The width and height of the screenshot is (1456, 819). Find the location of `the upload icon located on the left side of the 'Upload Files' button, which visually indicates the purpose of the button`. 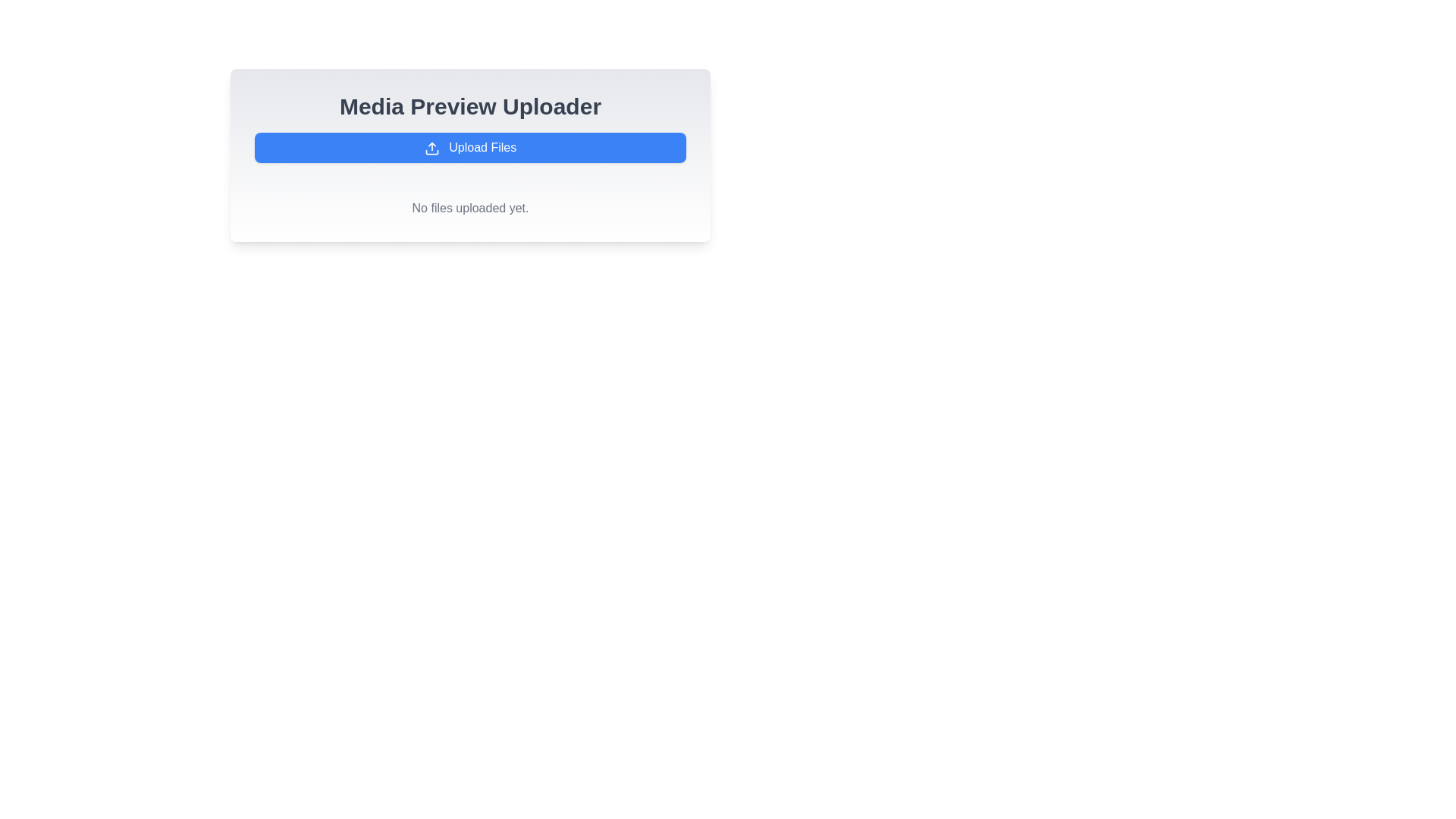

the upload icon located on the left side of the 'Upload Files' button, which visually indicates the purpose of the button is located at coordinates (431, 148).